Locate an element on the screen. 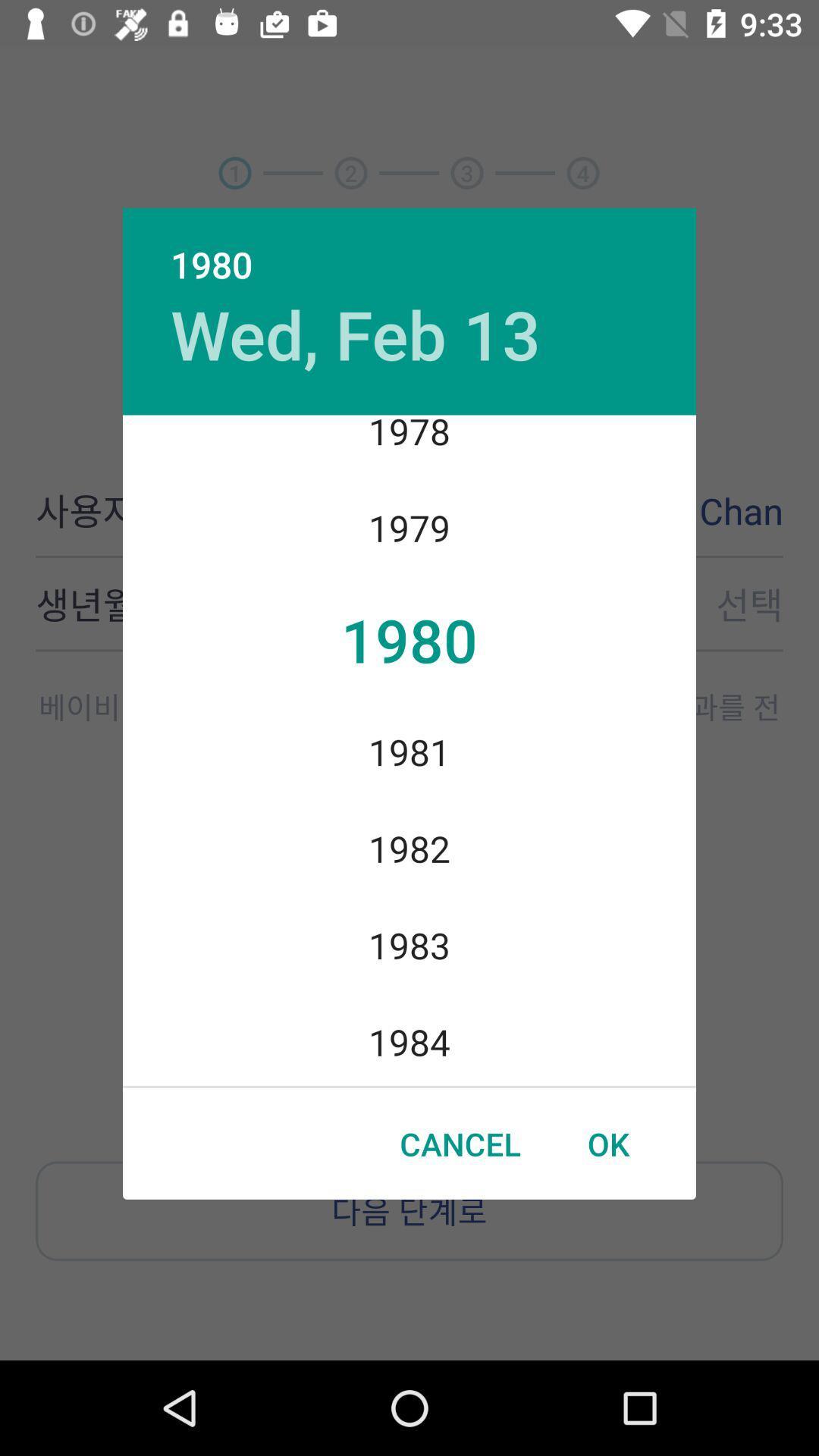 Image resolution: width=819 pixels, height=1456 pixels. item to the left of the ok item is located at coordinates (460, 1144).